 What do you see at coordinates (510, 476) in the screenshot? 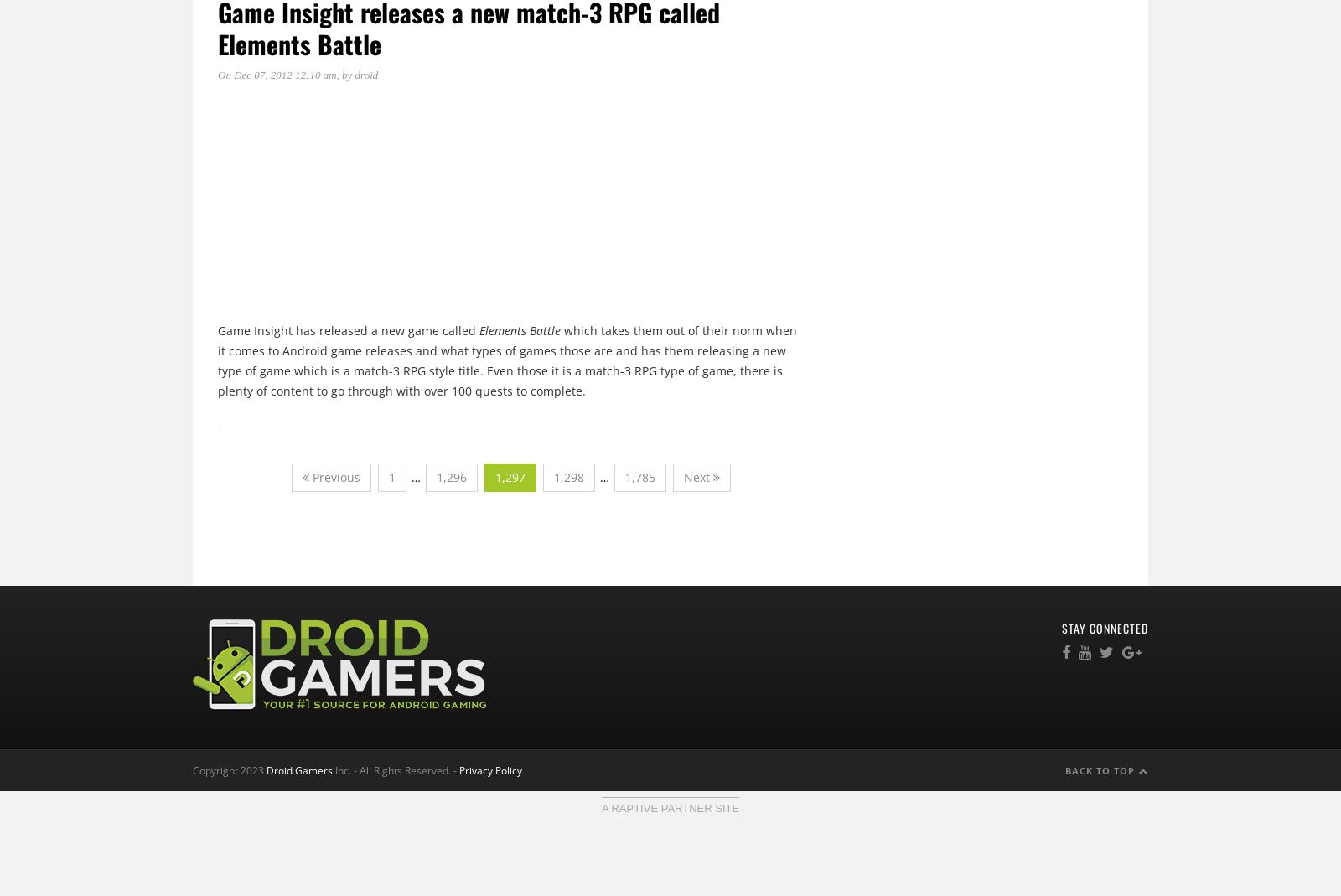
I see `'1,297'` at bounding box center [510, 476].